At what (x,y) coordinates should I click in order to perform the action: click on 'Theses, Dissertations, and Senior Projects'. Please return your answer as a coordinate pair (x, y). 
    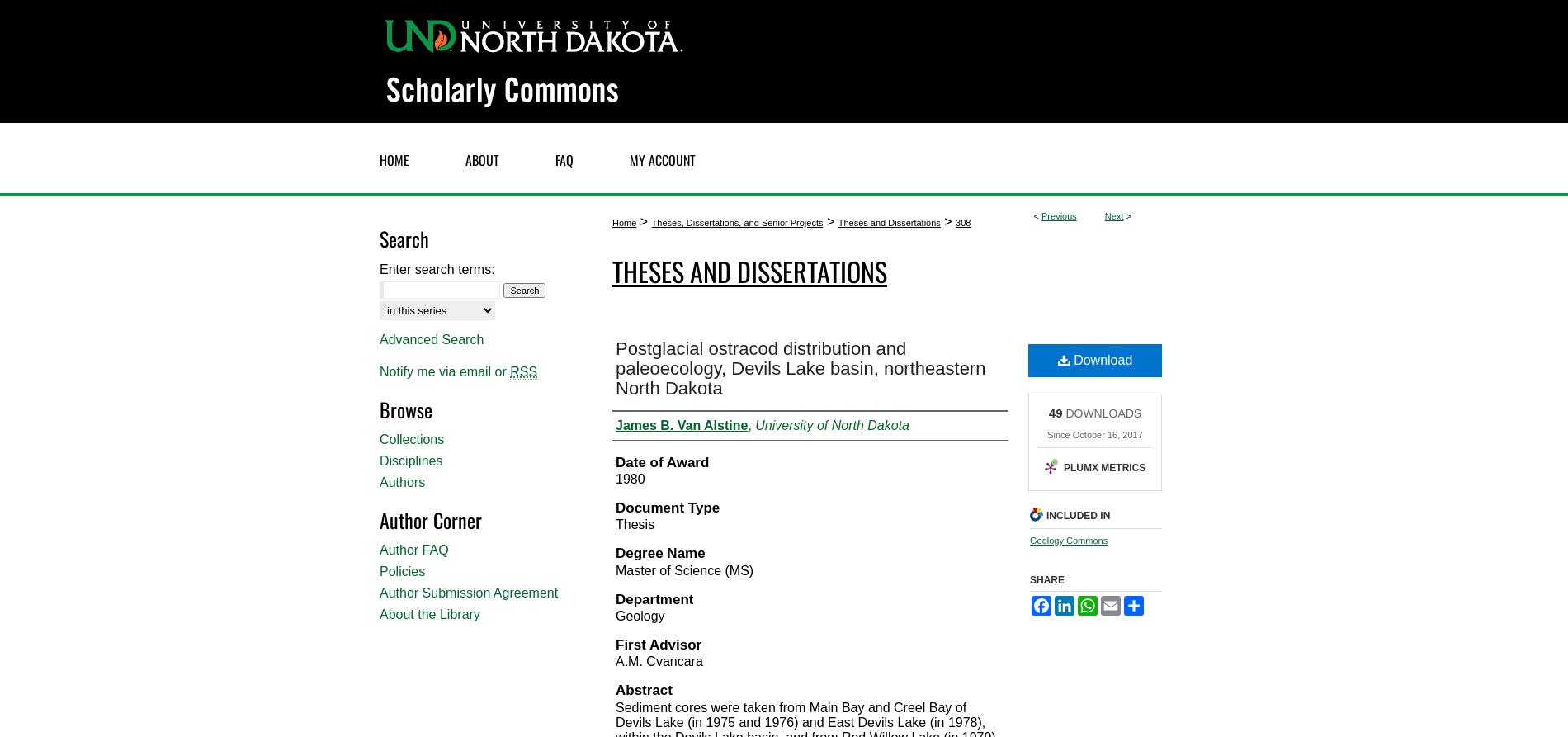
    Looking at the image, I should click on (736, 222).